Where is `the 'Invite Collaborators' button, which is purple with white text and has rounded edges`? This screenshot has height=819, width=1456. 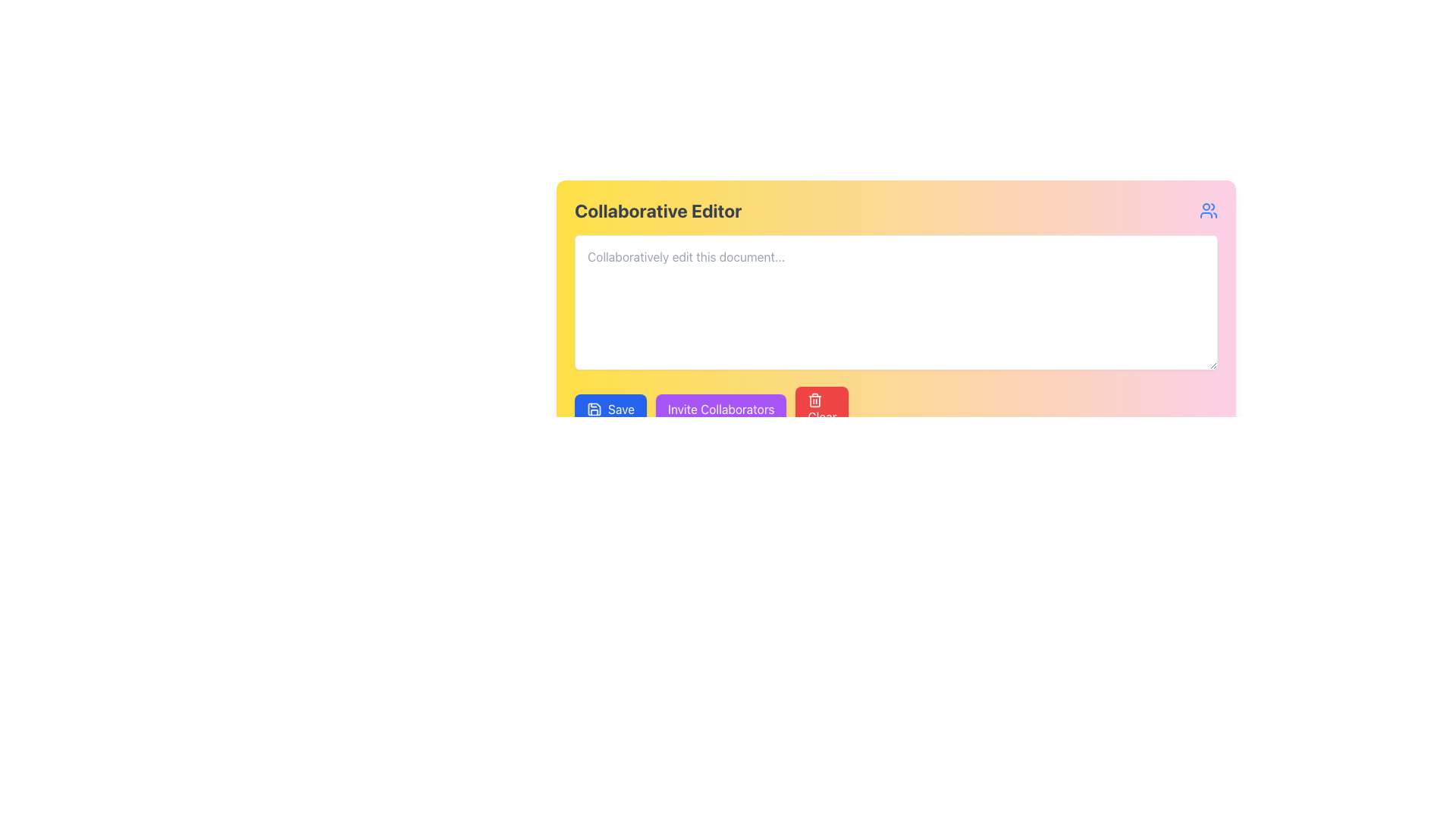
the 'Invite Collaborators' button, which is purple with white text and has rounded edges is located at coordinates (720, 409).